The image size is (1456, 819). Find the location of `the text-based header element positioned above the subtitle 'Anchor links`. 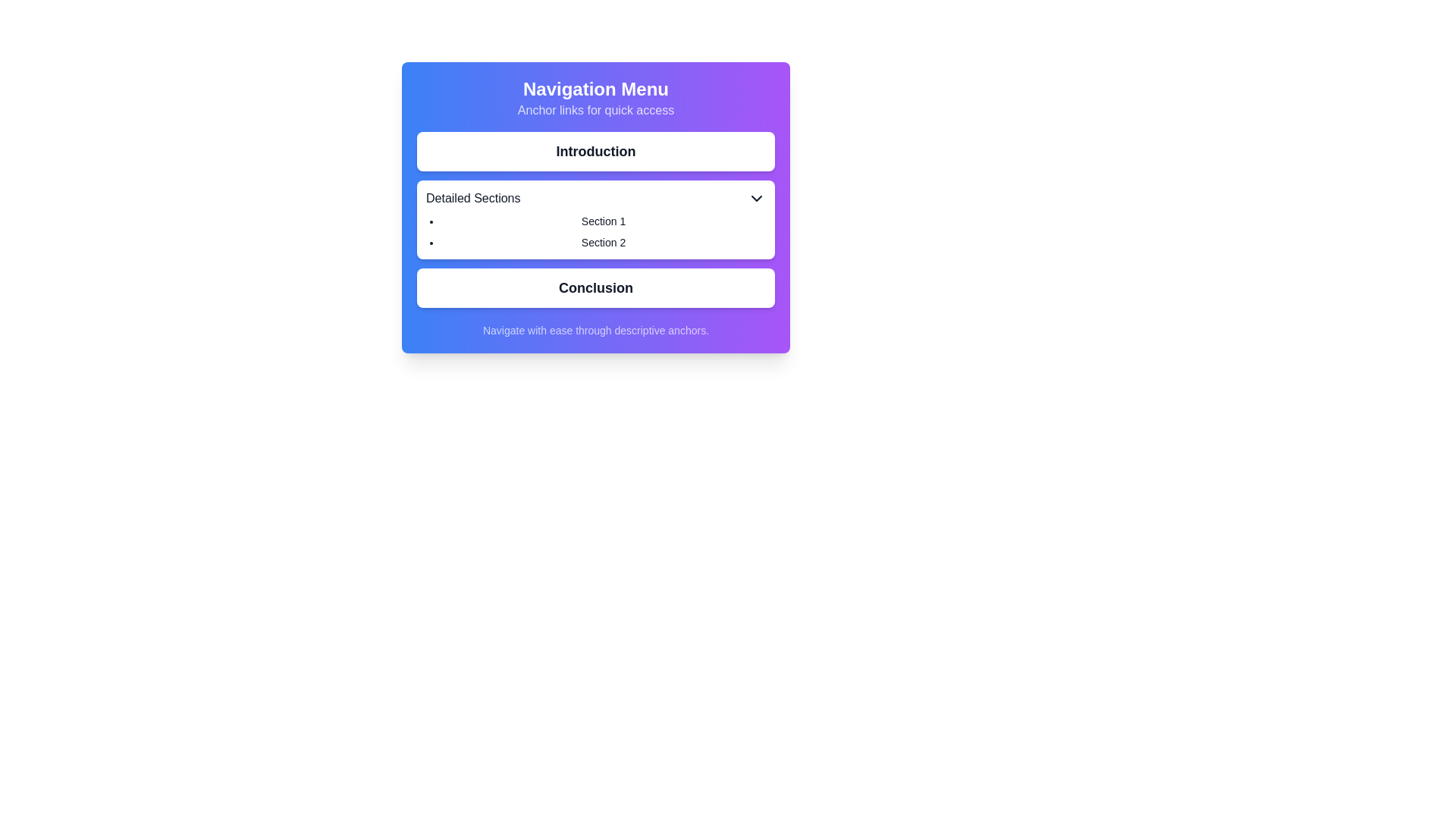

the text-based header element positioned above the subtitle 'Anchor links is located at coordinates (595, 89).